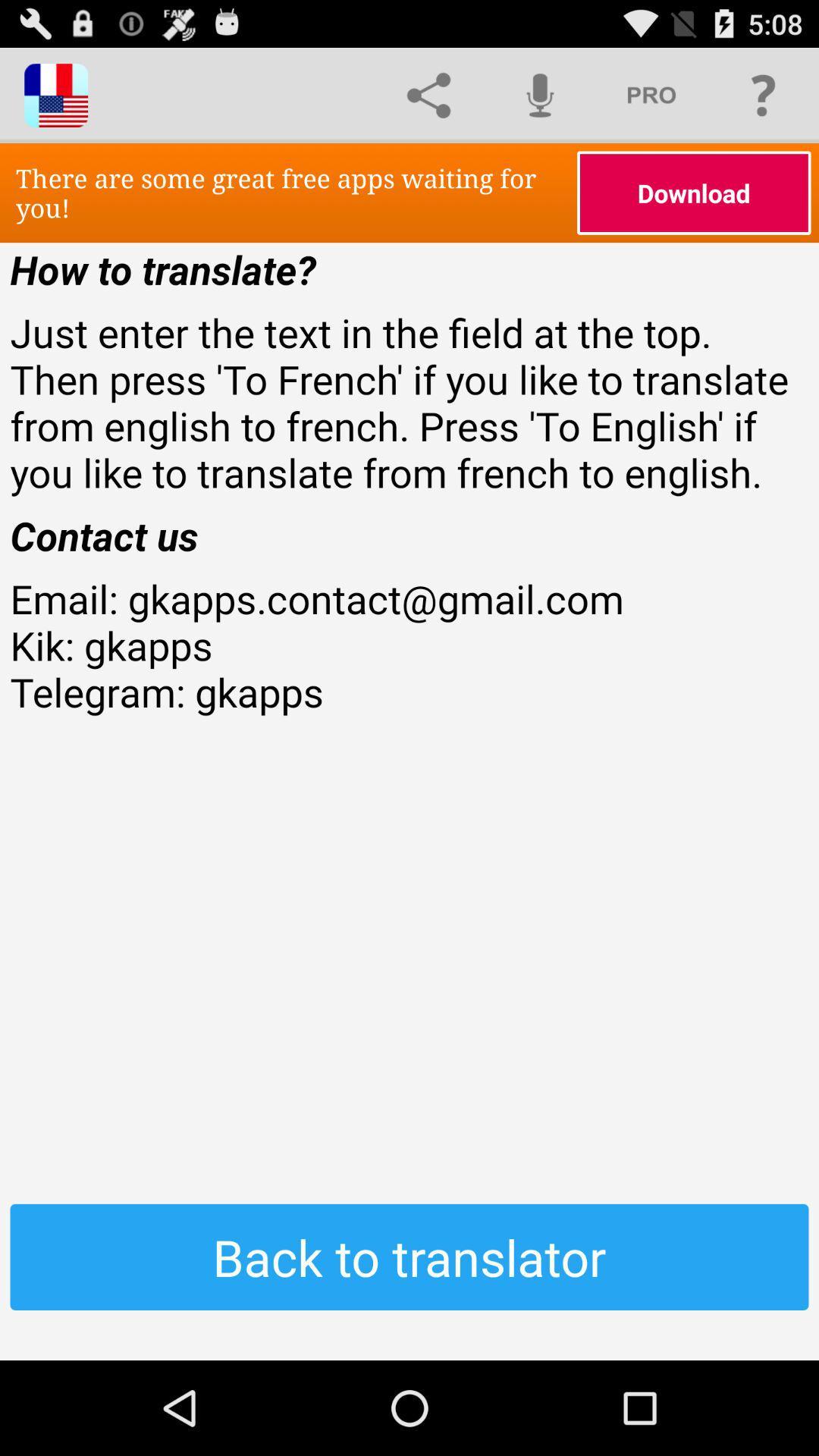  What do you see at coordinates (409, 402) in the screenshot?
I see `icon below how to translate? icon` at bounding box center [409, 402].